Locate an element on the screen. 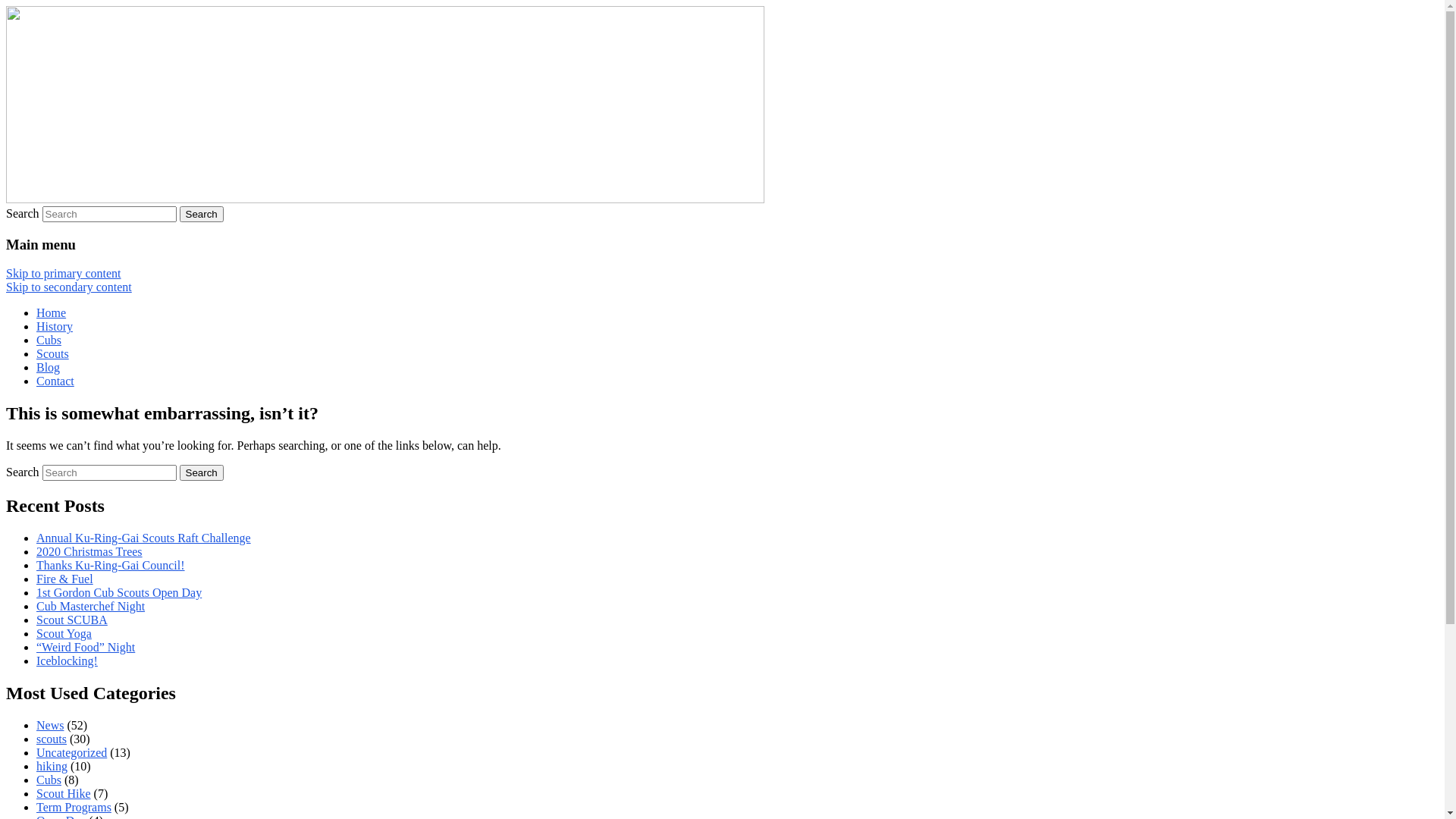 This screenshot has width=1456, height=819. 'History' is located at coordinates (36, 325).